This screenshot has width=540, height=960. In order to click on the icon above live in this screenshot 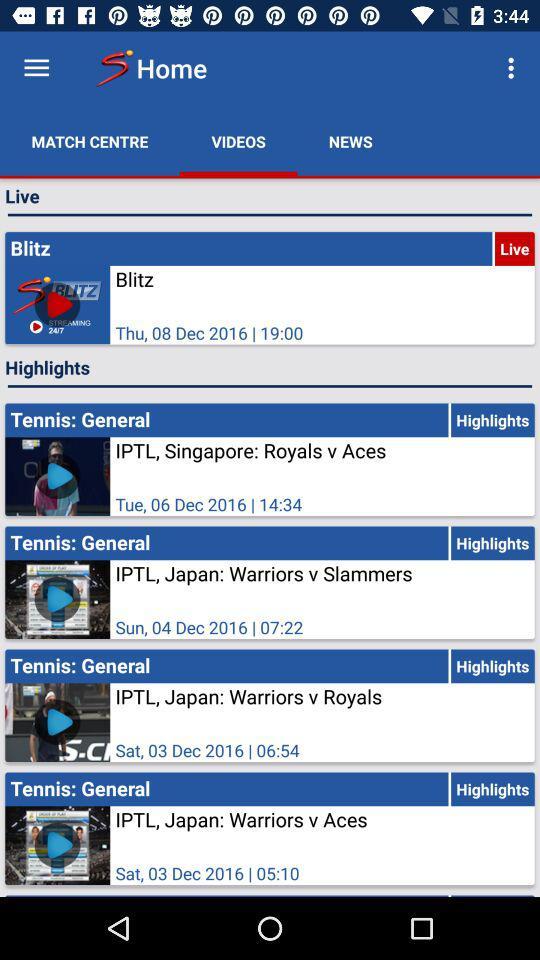, I will do `click(513, 68)`.